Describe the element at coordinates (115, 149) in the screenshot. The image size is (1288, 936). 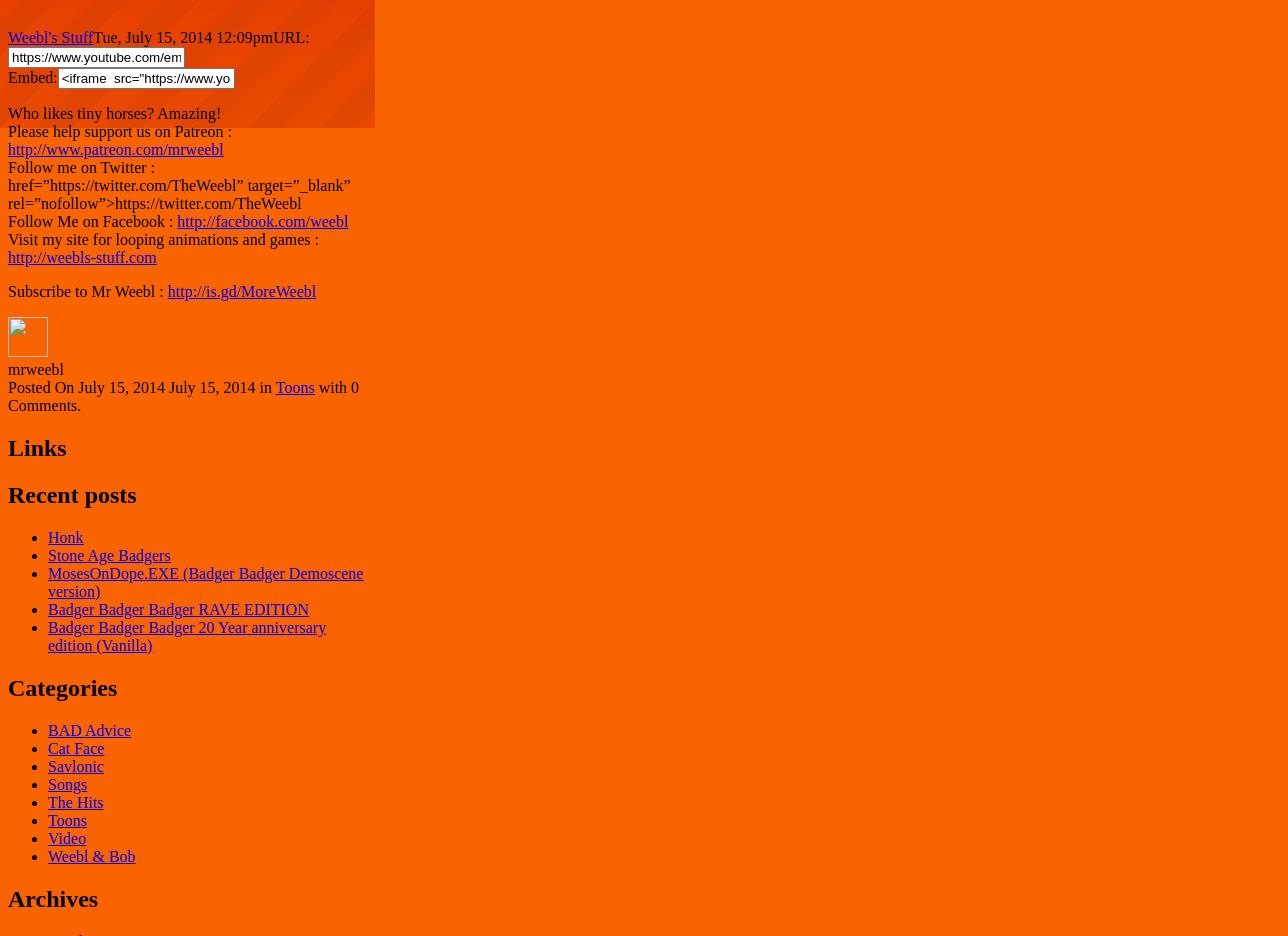
I see `'http://www.patreon.com/mrweebl'` at that location.